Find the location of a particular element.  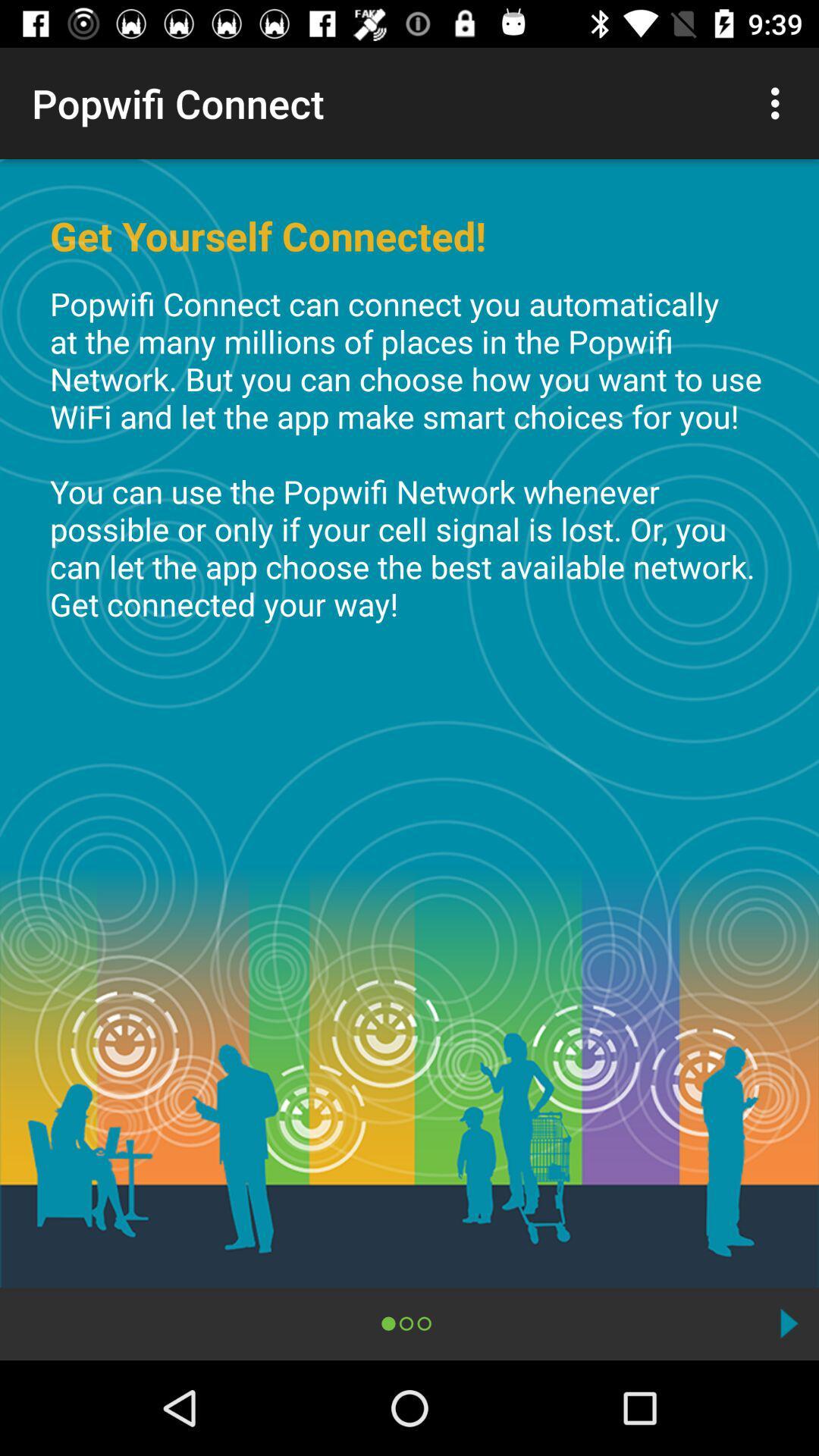

icon next to the popwifi connect icon is located at coordinates (779, 102).